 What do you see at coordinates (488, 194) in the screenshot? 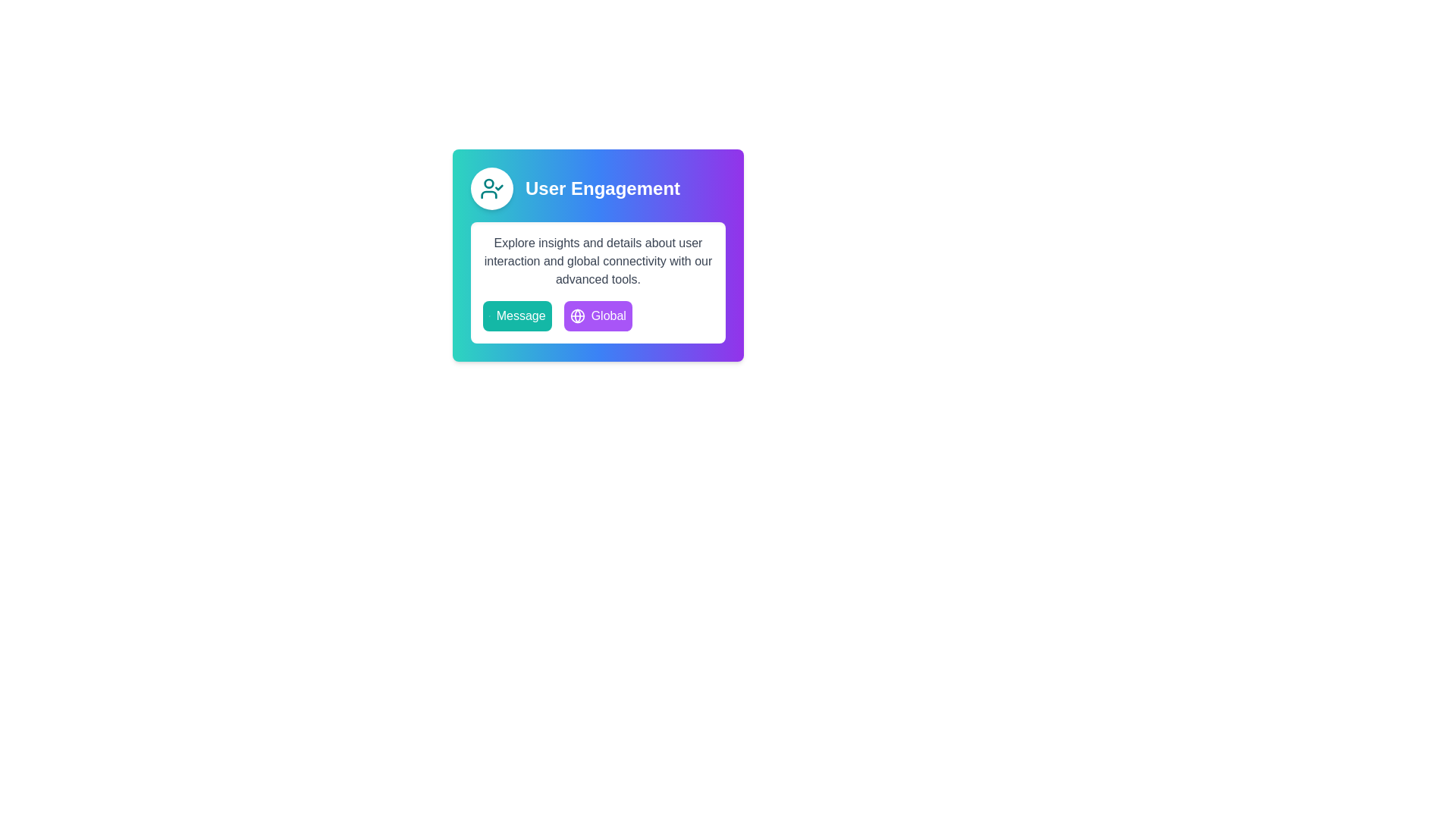
I see `the decorative curved line that is part of the user figure SVG icon located within a teal-colored circular icon with a checkmark` at bounding box center [488, 194].